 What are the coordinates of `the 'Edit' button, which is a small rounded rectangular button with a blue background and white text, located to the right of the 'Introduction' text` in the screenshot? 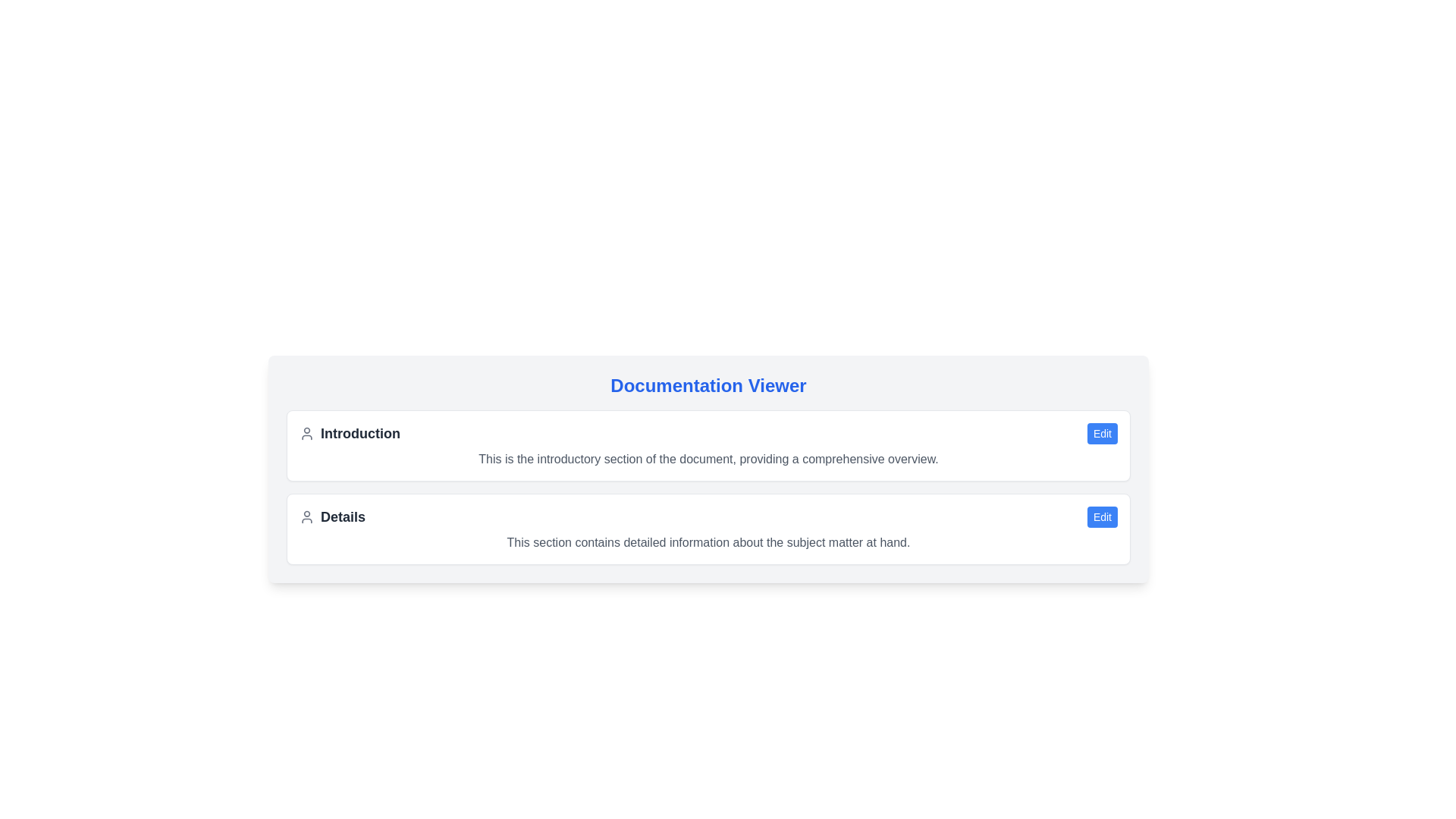 It's located at (1103, 433).